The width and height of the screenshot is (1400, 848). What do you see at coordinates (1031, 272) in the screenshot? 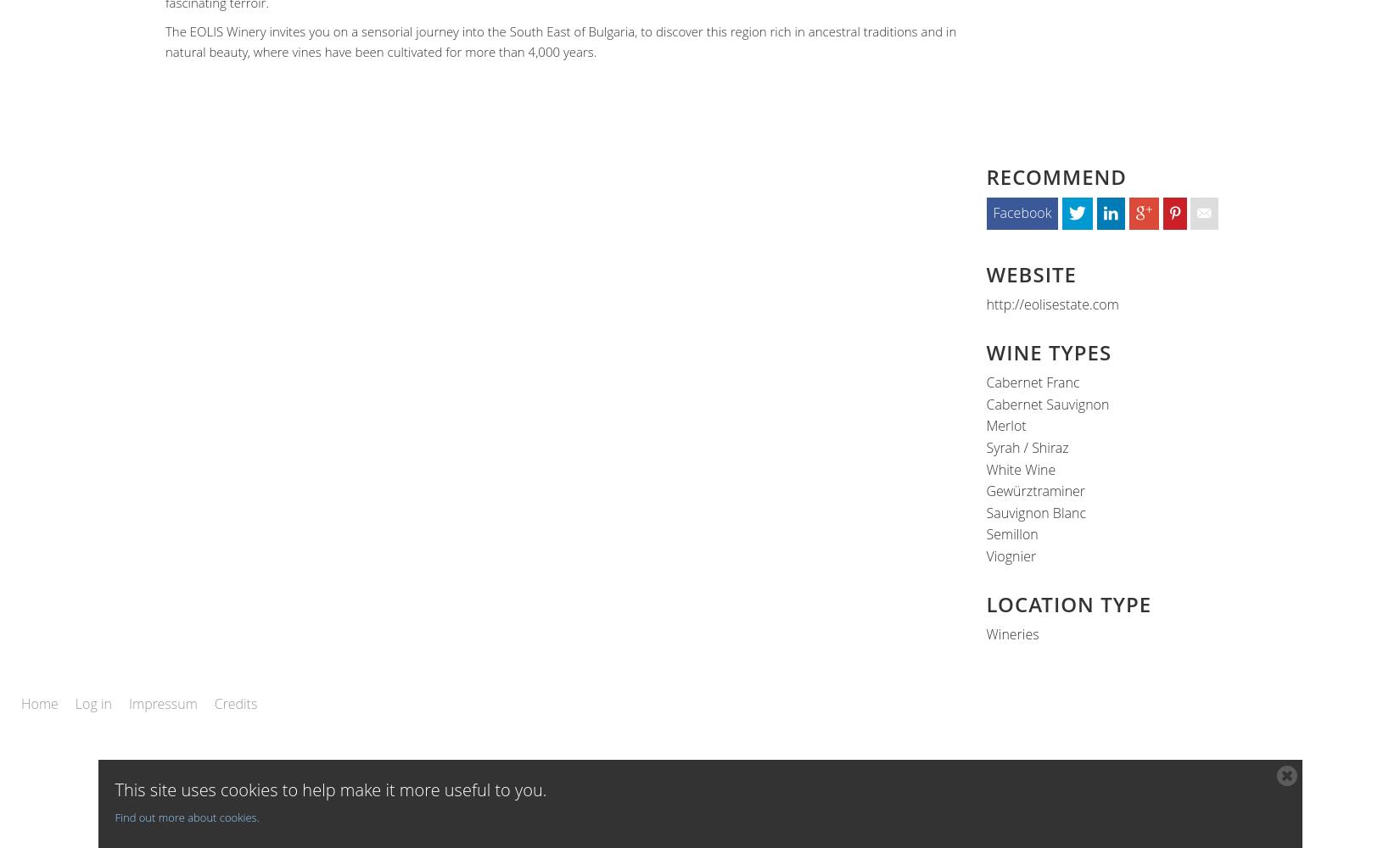
I see `'Website'` at bounding box center [1031, 272].